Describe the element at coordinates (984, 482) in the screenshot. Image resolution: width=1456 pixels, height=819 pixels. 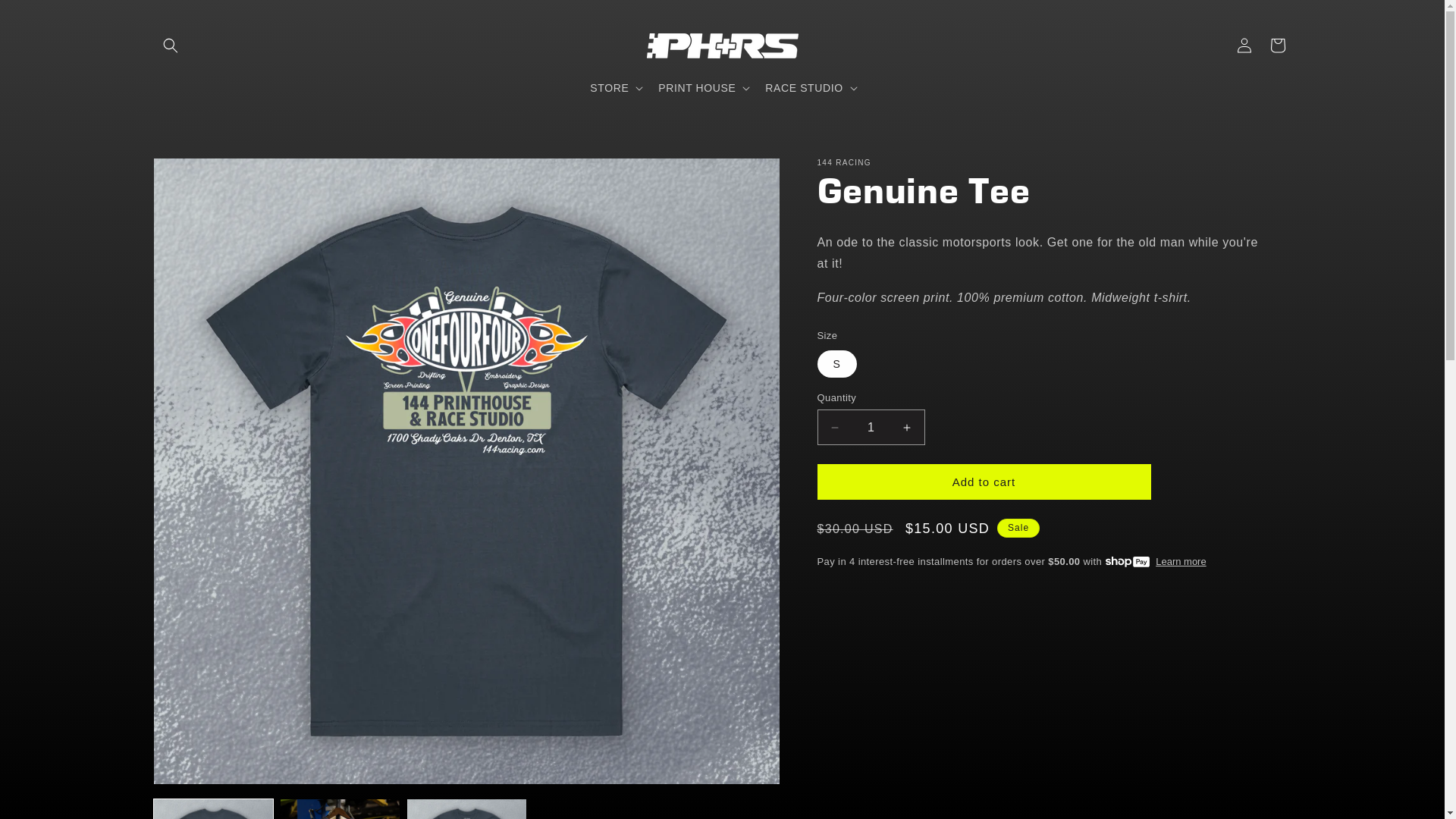
I see `'Add to cart'` at that location.